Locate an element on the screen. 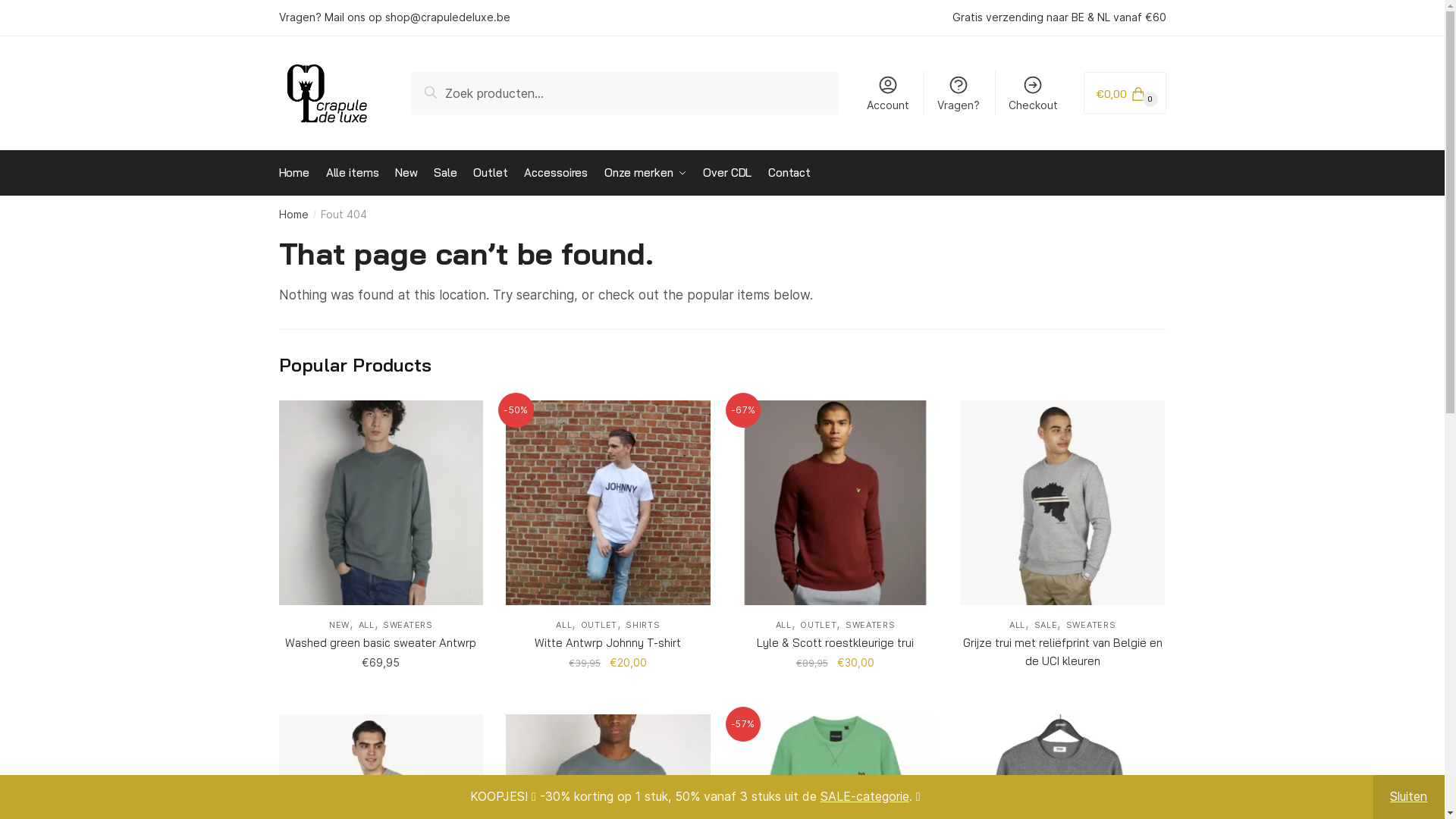  'OUTLET' is located at coordinates (598, 625).